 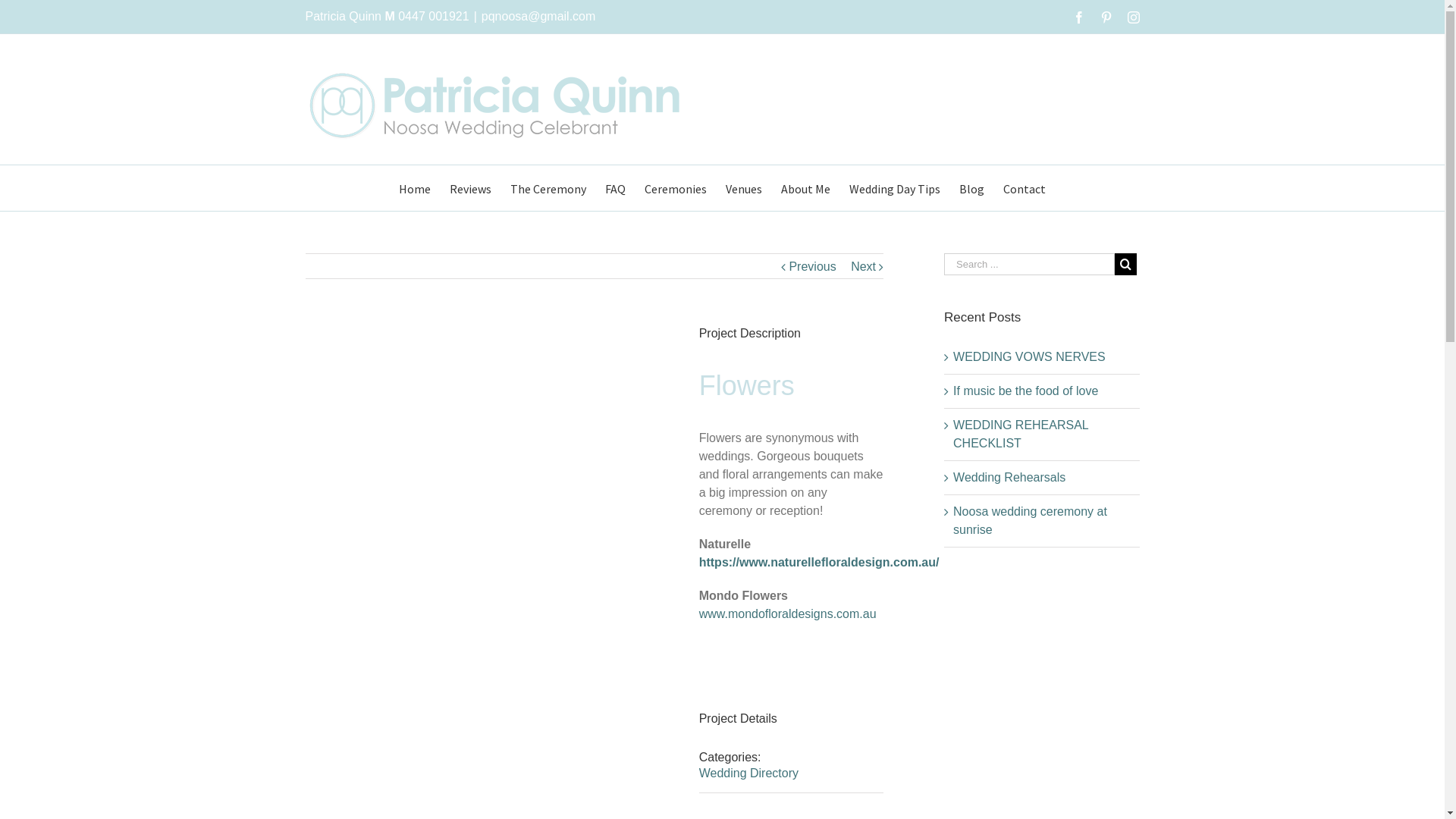 I want to click on 'Home', so click(x=399, y=187).